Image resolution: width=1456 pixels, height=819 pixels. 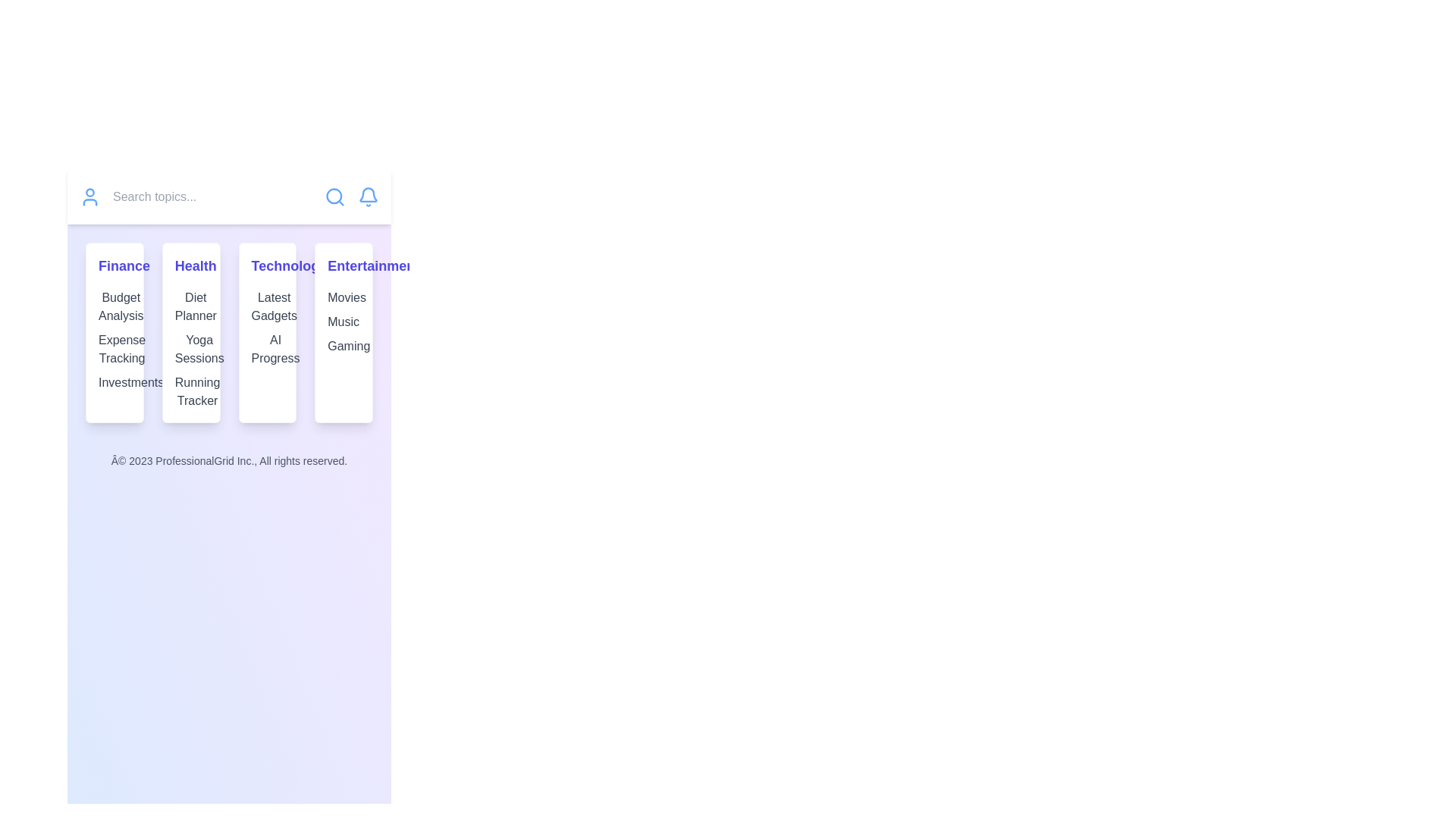 What do you see at coordinates (267, 307) in the screenshot?
I see `the 'Latest Gadgets' text label located in the 'Technology' column, which is the first item in the vertical list above 'AI Progress'` at bounding box center [267, 307].